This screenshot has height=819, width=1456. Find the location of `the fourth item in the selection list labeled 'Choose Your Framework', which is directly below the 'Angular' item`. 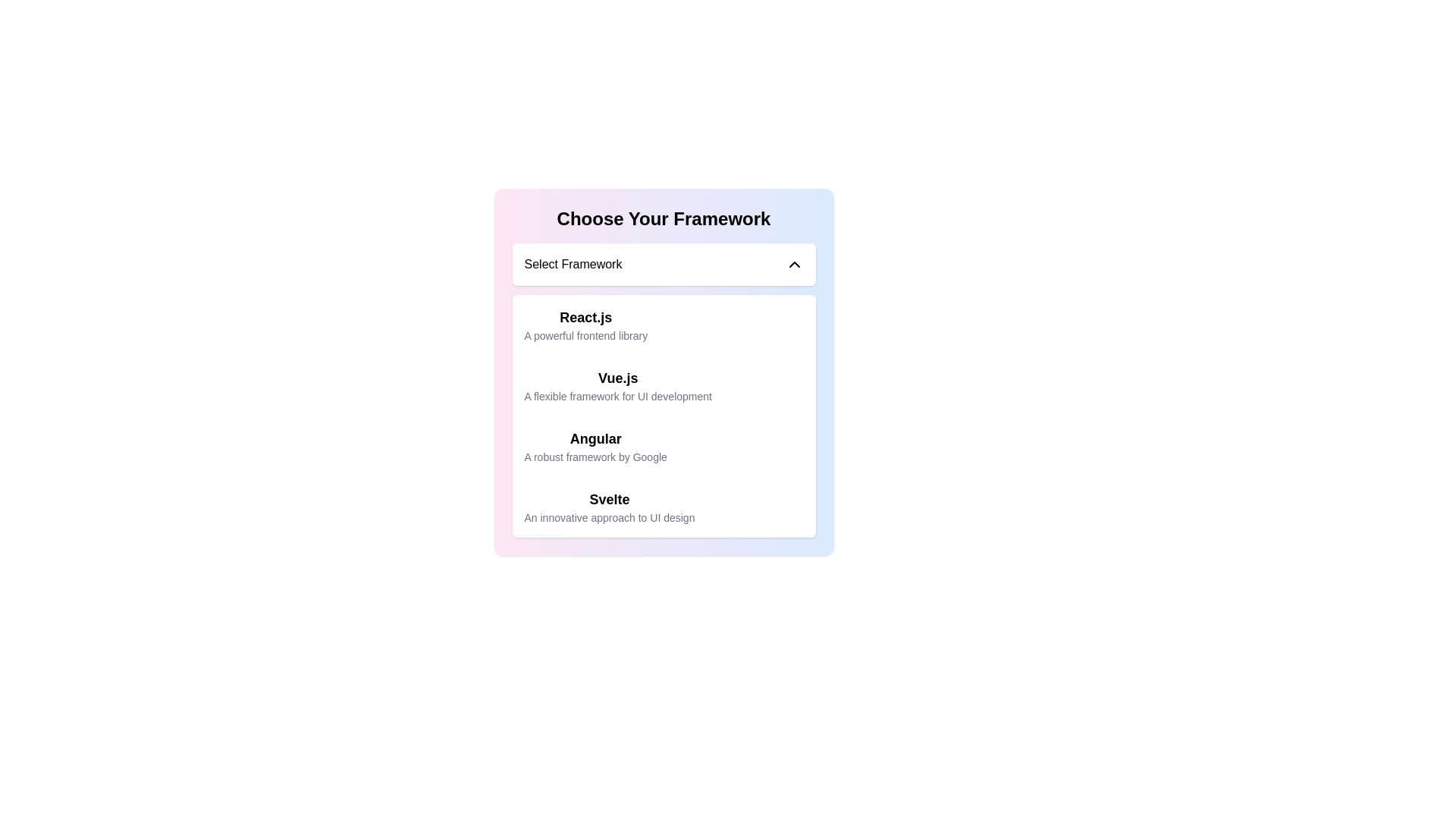

the fourth item in the selection list labeled 'Choose Your Framework', which is directly below the 'Angular' item is located at coordinates (664, 507).